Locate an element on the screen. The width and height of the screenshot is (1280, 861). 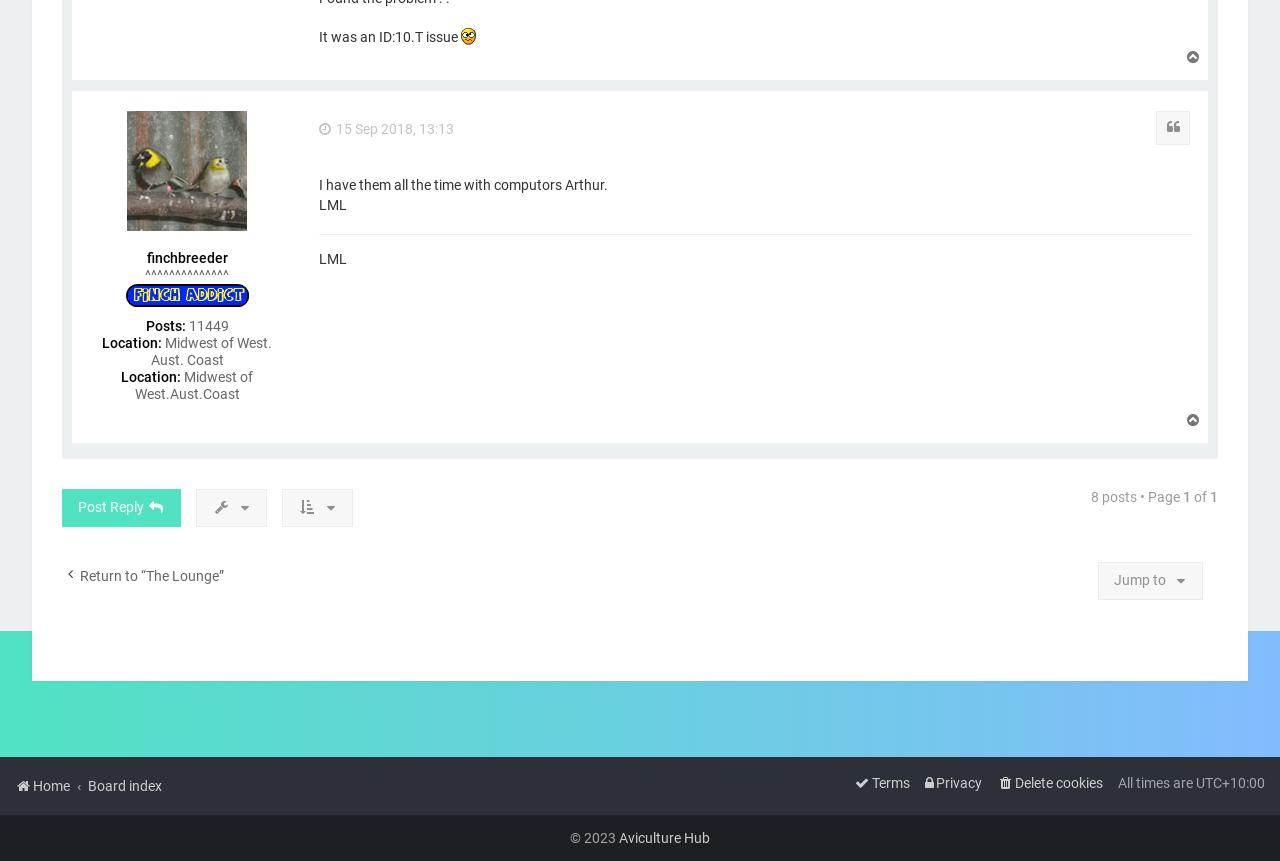
'Aviculture Hub' is located at coordinates (664, 835).